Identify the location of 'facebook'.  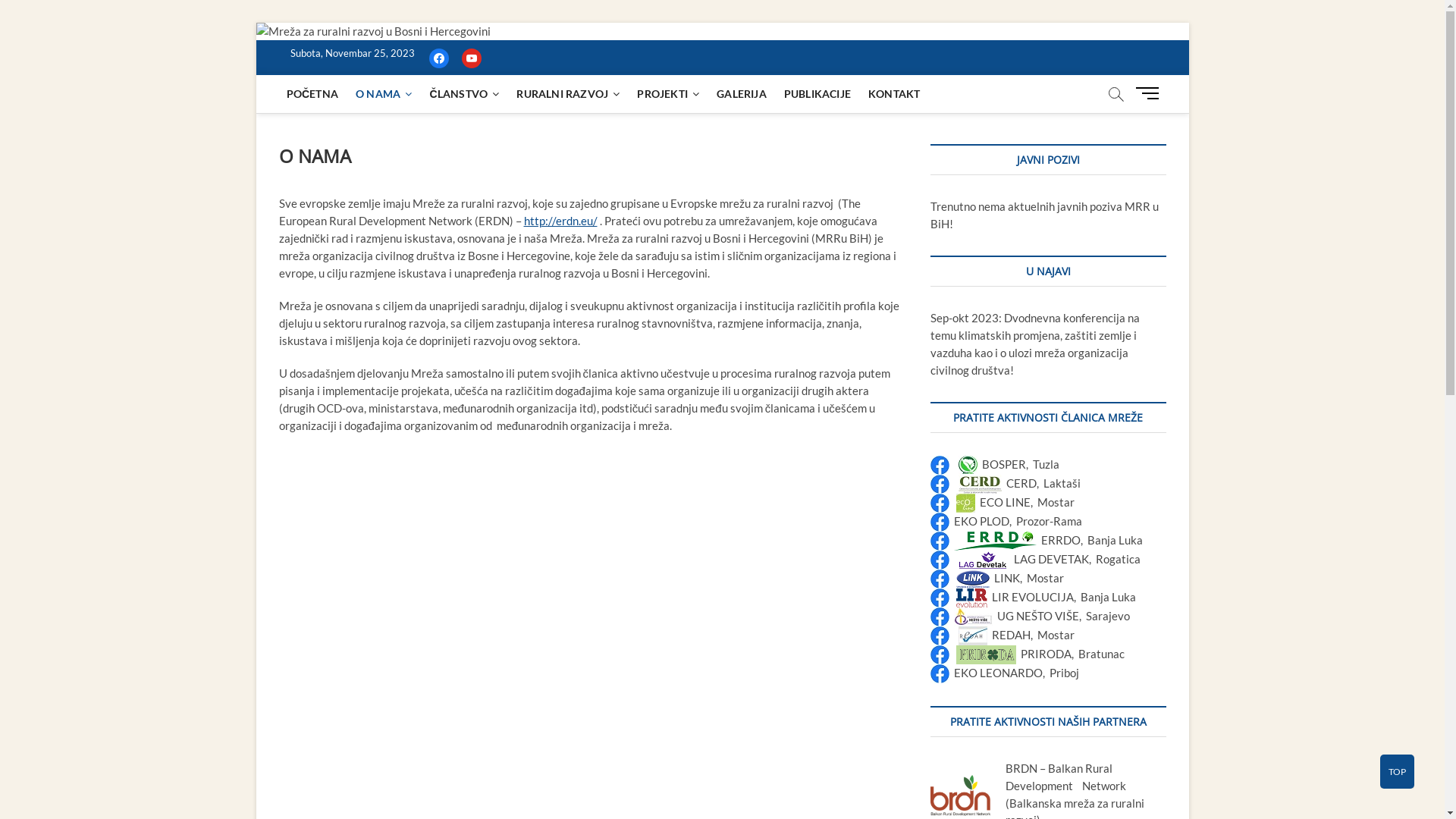
(428, 55).